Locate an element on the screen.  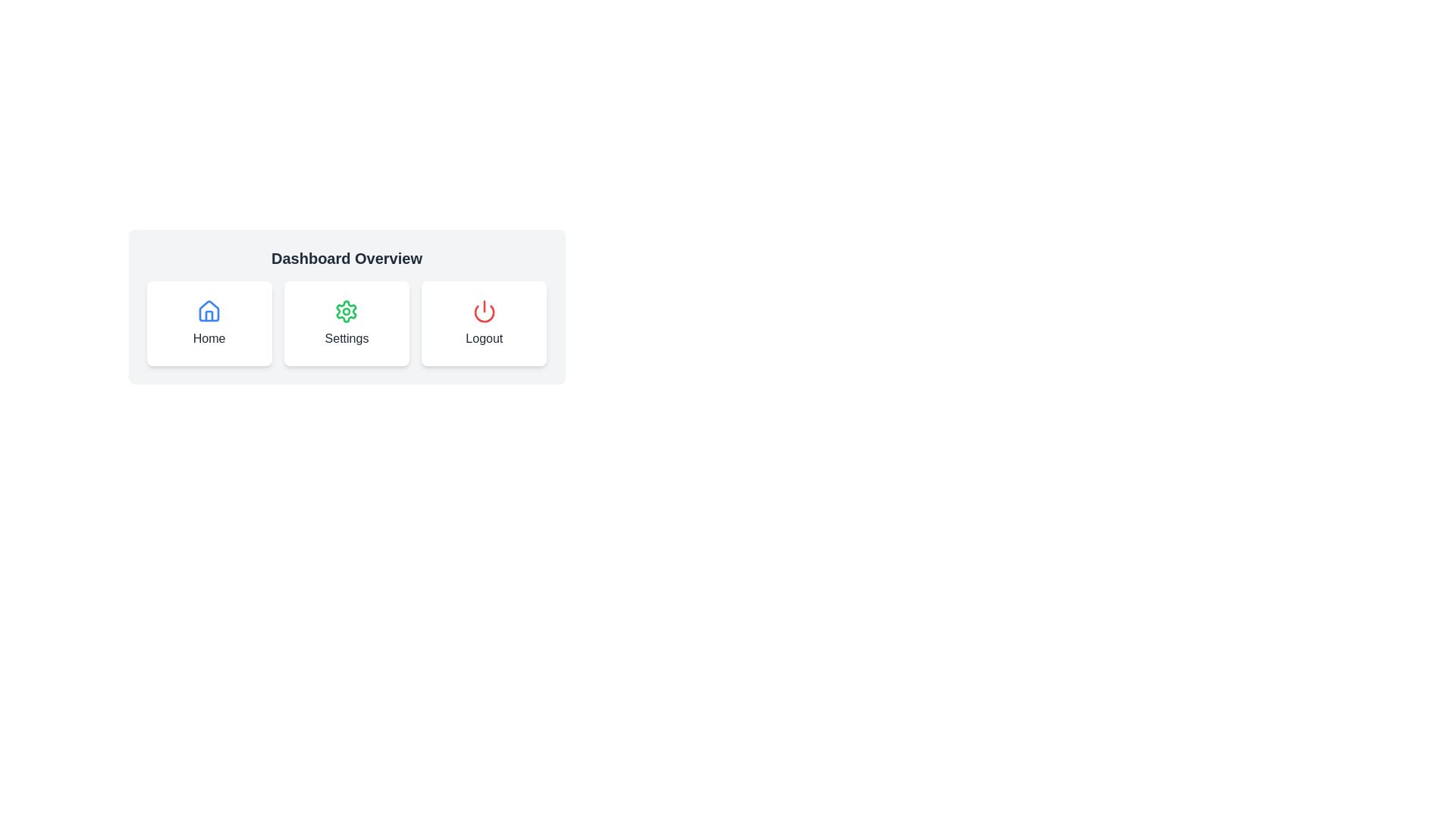
the door element of the SVG house icon, which is centrally aligned at the bottom of the house, positioned below the triangular roof is located at coordinates (209, 315).